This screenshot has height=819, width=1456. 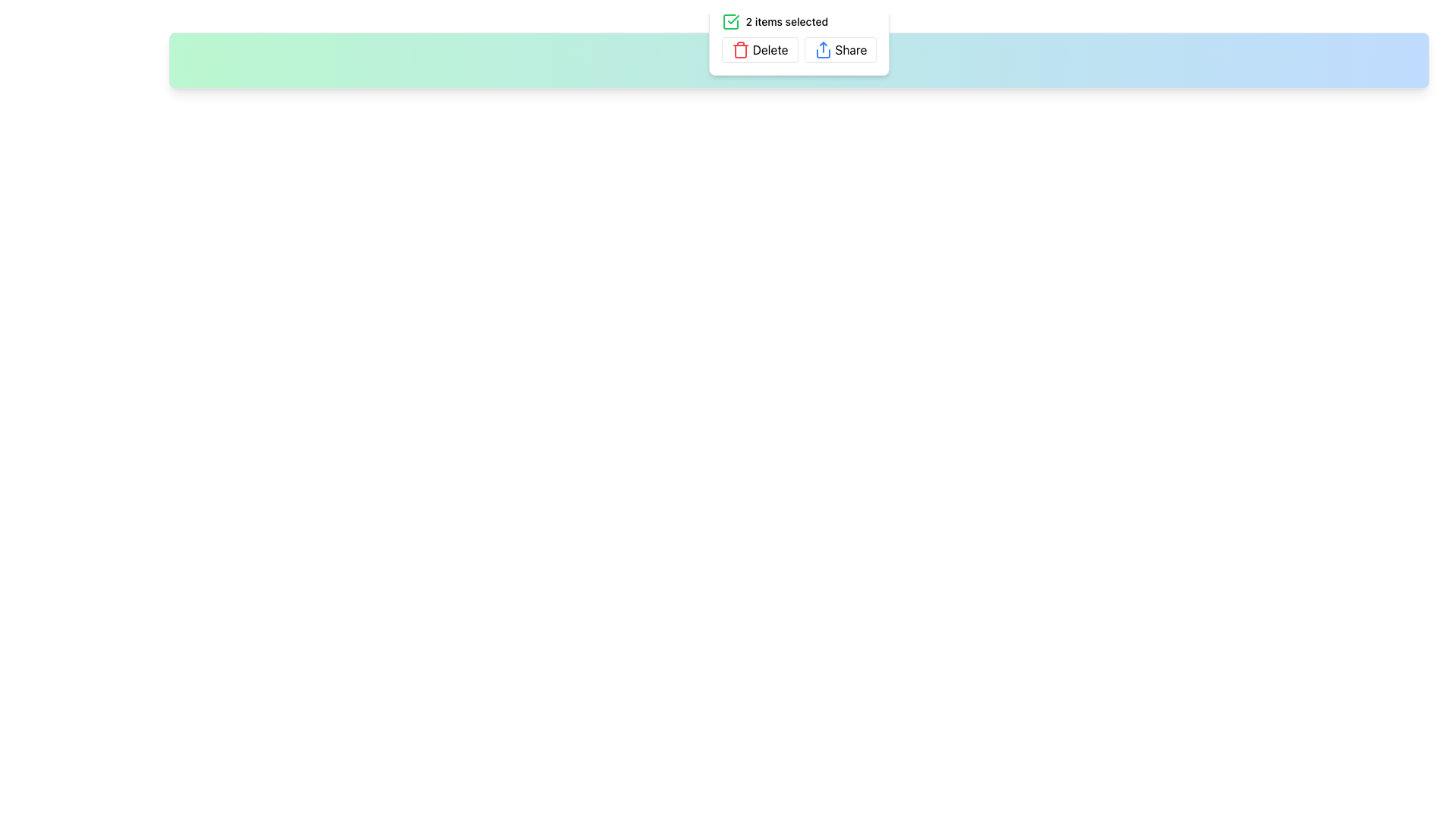 I want to click on the green check icon that is enclosed within a square outline, which indicates the number of selected items and is located to the left of the text label '2 items selected.', so click(x=730, y=22).